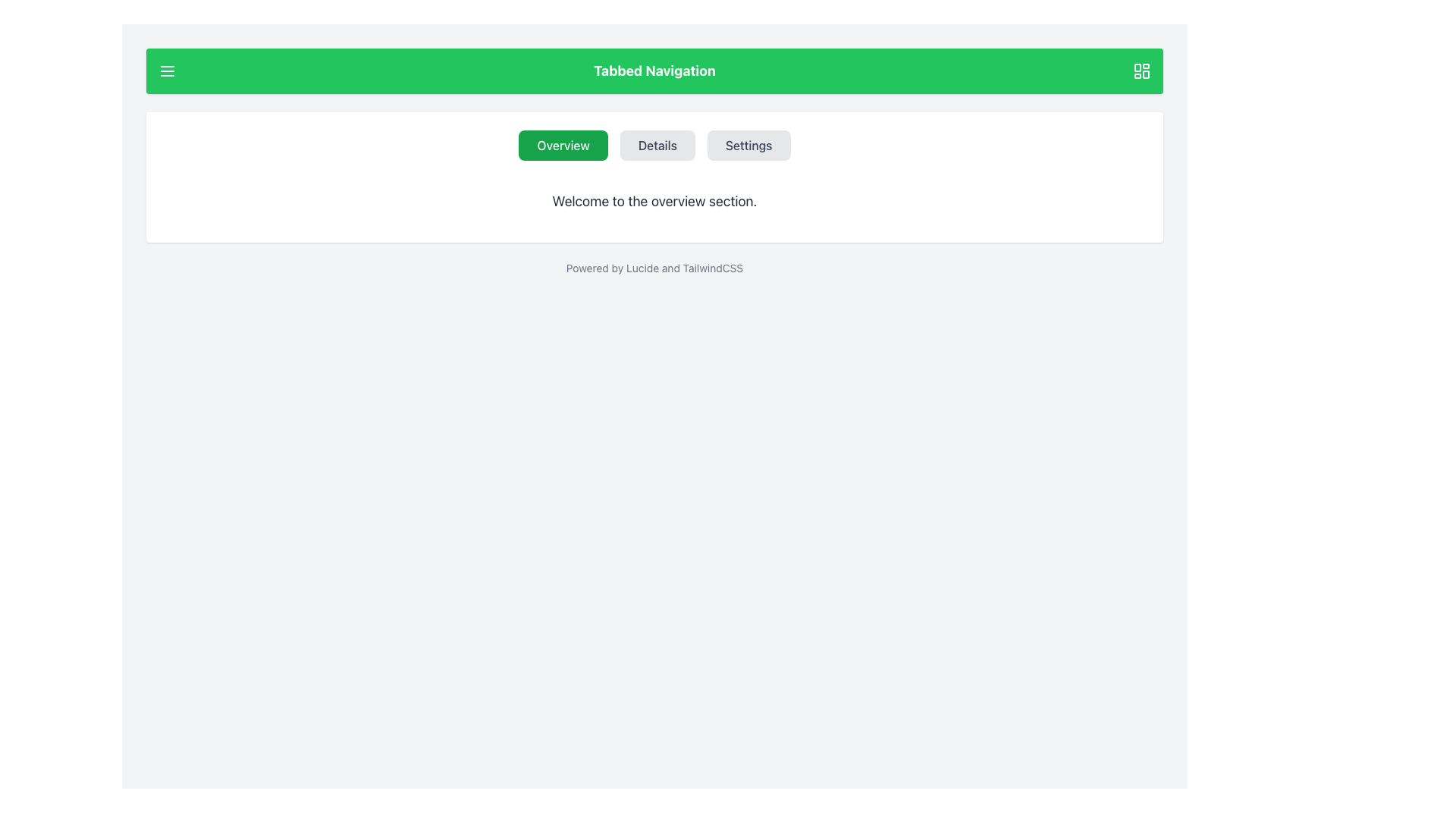  Describe the element at coordinates (748, 146) in the screenshot. I see `the 'Settings' button, which is a rectangular button with rounded corners, light gray background, and dark gray text` at that location.